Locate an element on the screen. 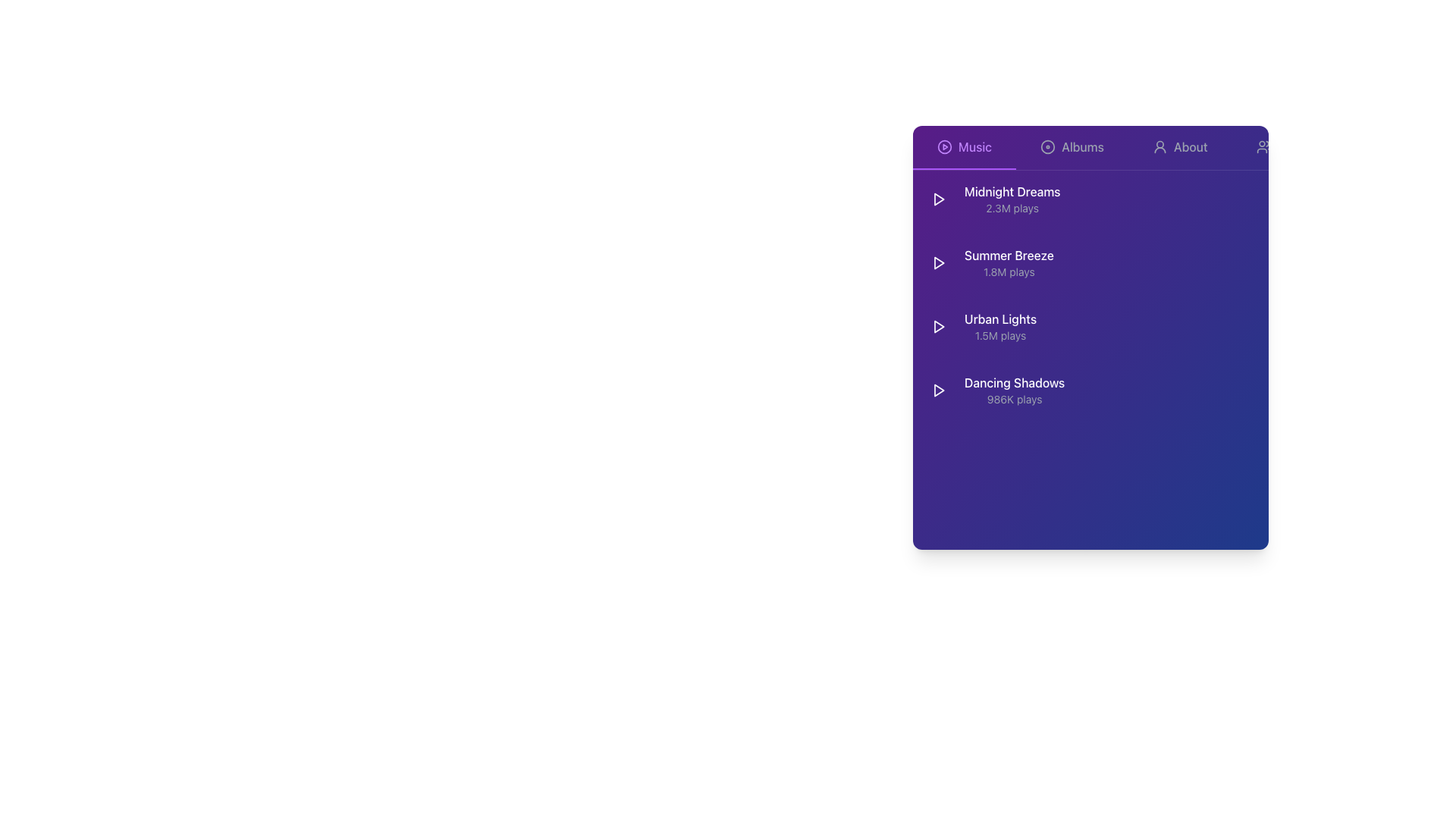 The height and width of the screenshot is (819, 1456). the text label element indicating the play count of the content titled 'Urban Lights', located beneath the title in the middle column of the vertically-oriented list is located at coordinates (1000, 335).